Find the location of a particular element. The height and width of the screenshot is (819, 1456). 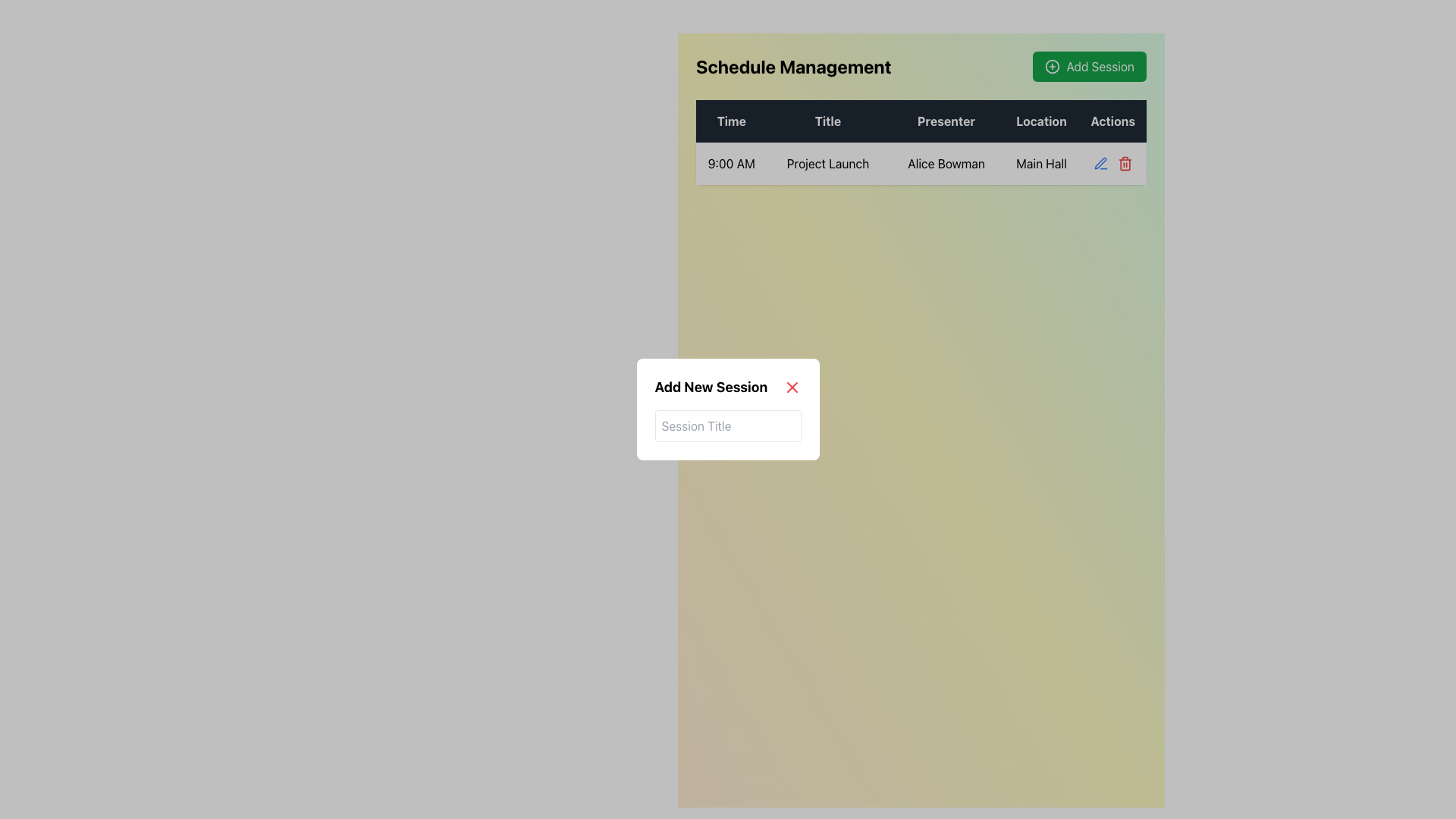

the outermost circular border of the 'Add' icon located in the top-right corner of the interface, which is part of the green 'Add Session' button is located at coordinates (1052, 66).